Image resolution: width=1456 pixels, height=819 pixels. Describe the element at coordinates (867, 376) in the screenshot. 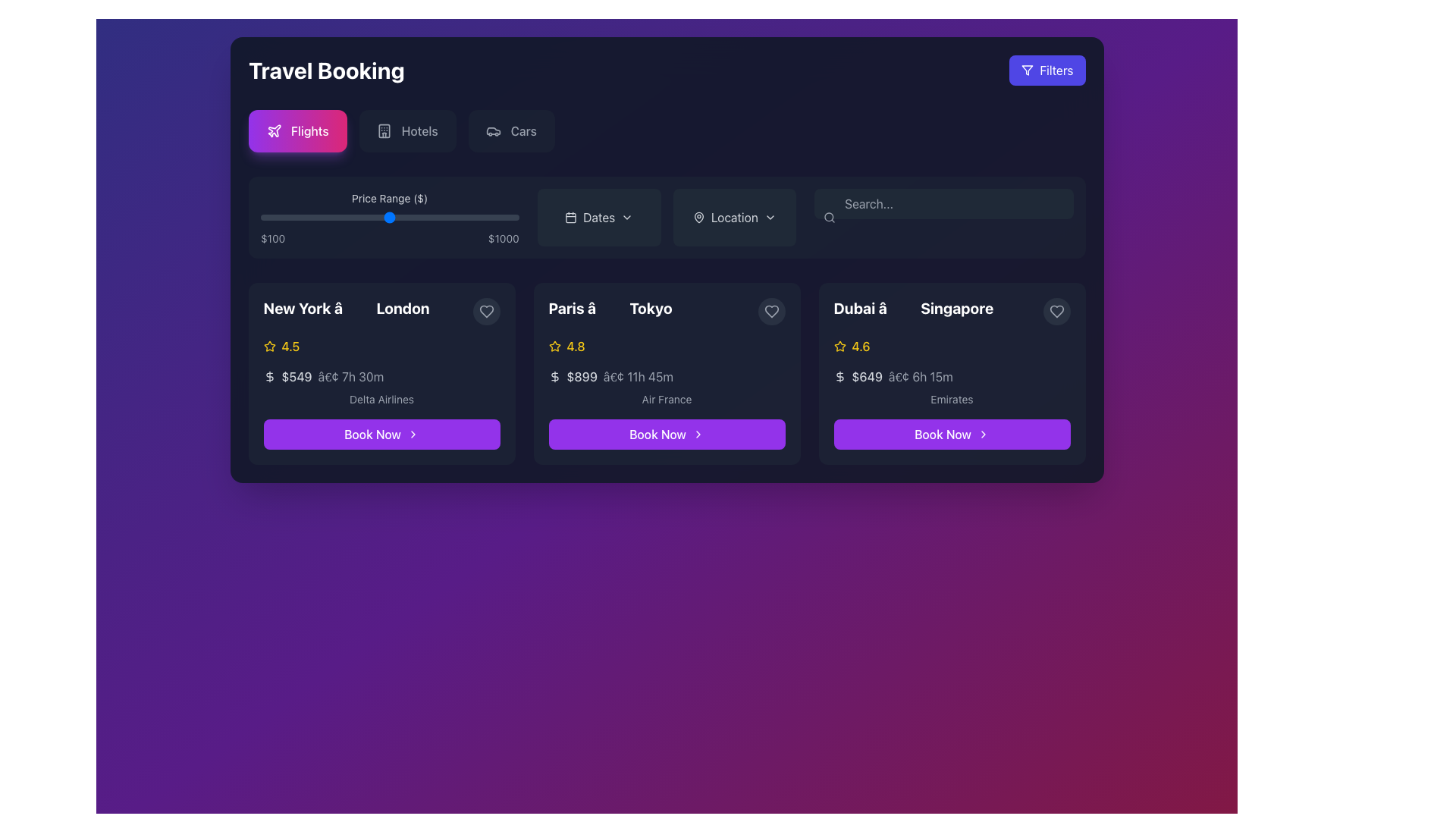

I see `the Text label displaying the ticket cost for the 'Dubai to Singapore' travel option, located immediately after the dollar sign symbol` at that location.